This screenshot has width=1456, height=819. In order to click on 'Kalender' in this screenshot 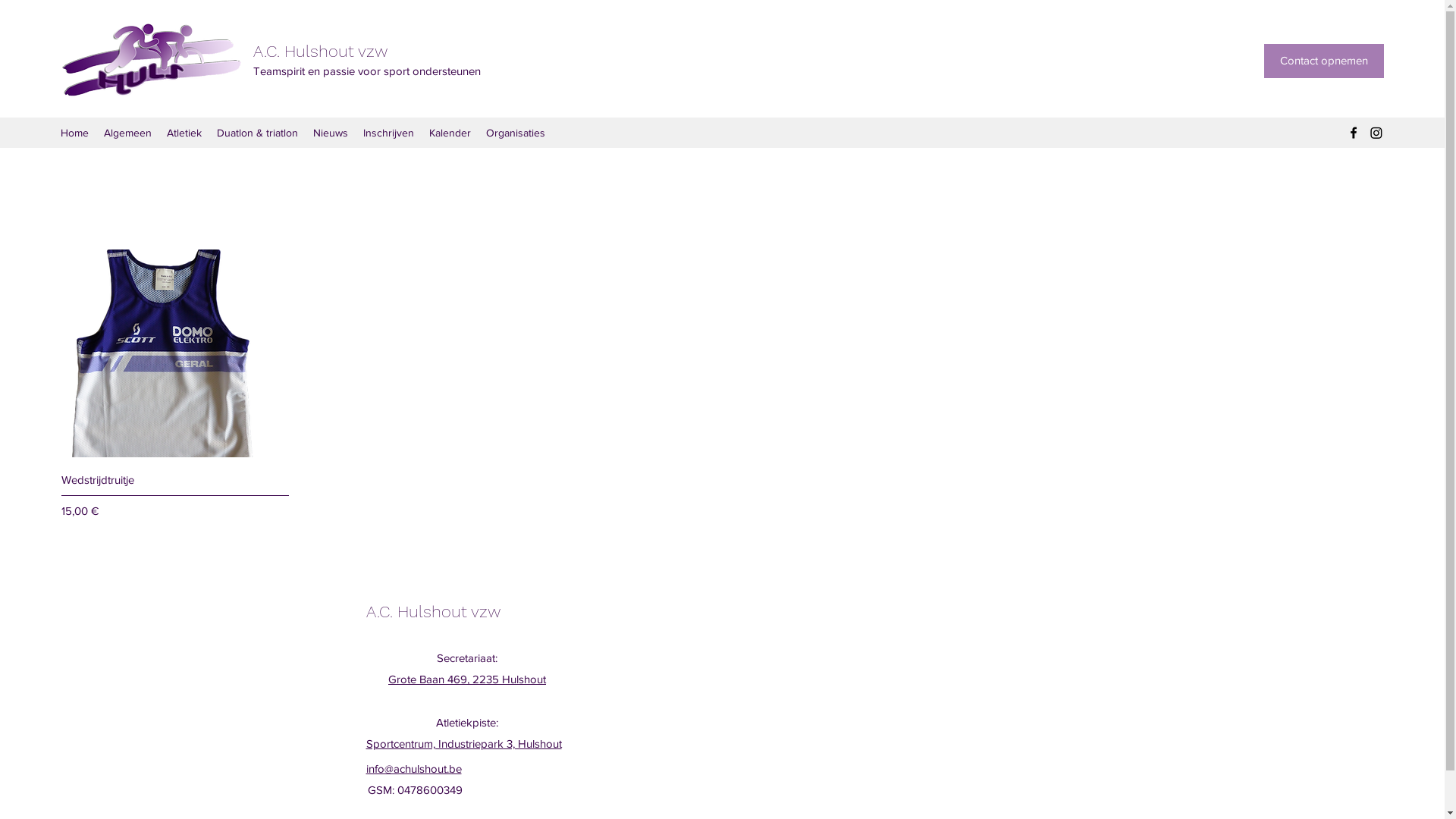, I will do `click(449, 131)`.